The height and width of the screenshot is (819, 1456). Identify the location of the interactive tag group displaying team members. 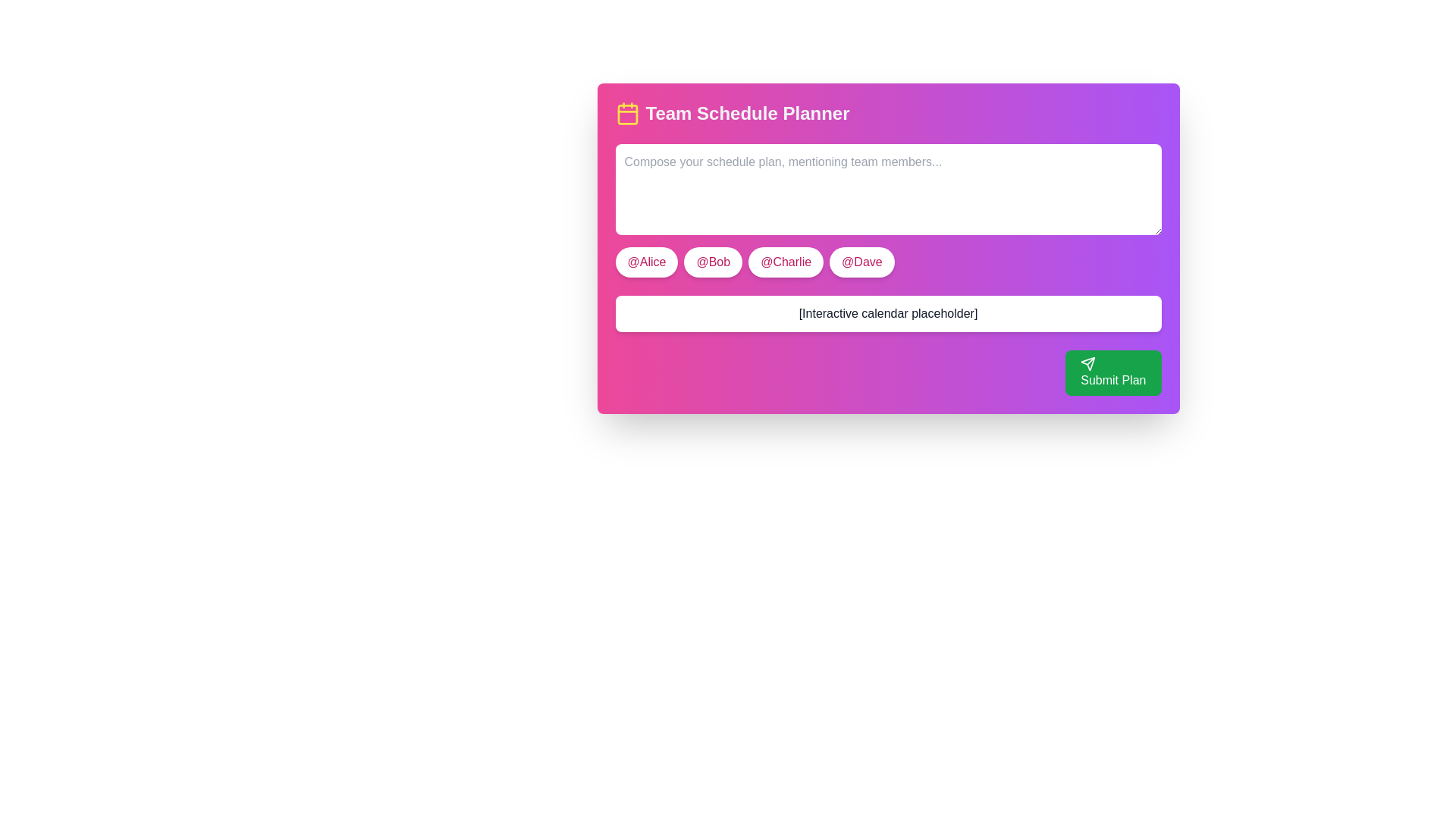
(888, 262).